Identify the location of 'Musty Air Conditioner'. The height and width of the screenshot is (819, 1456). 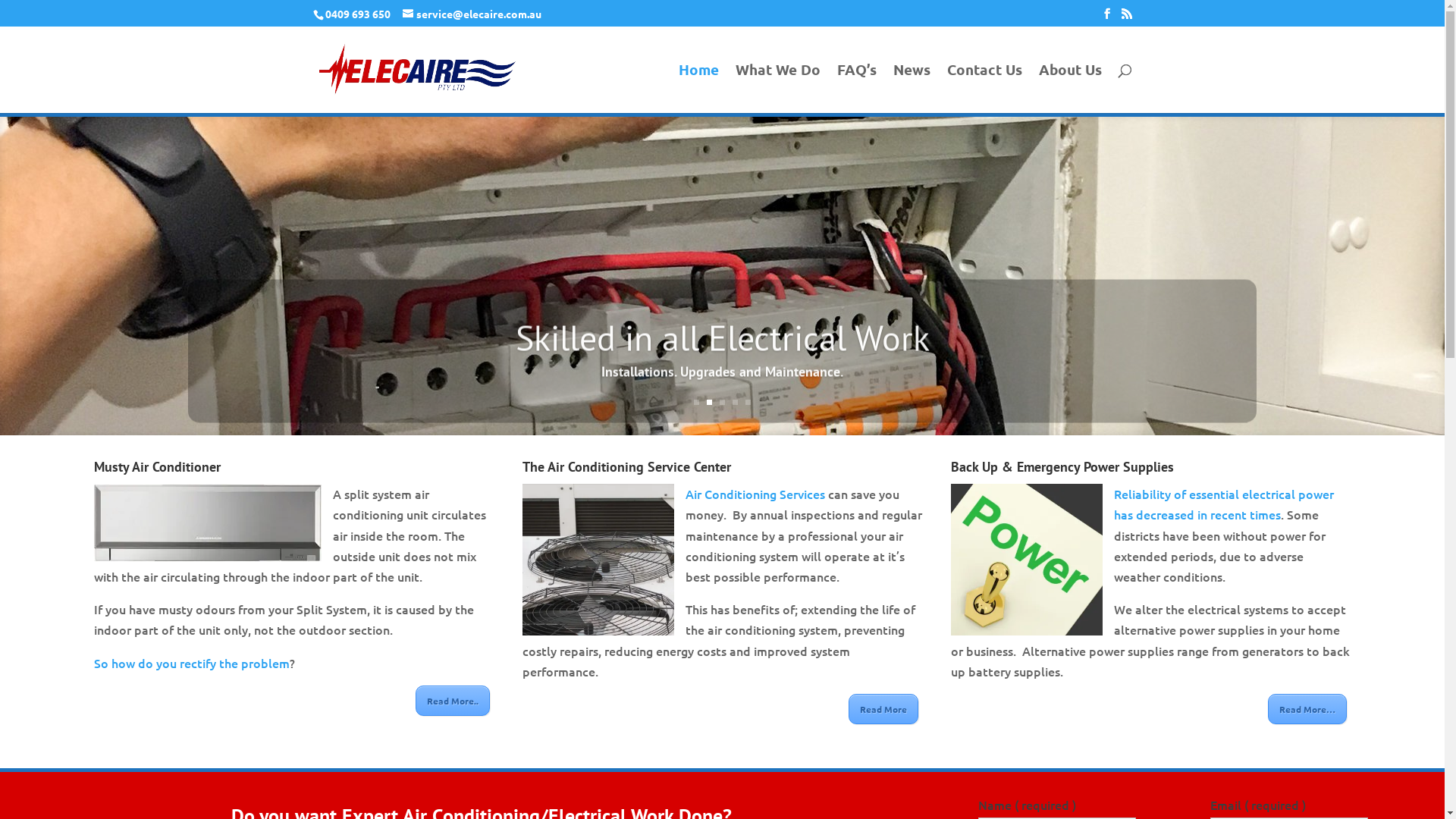
(93, 466).